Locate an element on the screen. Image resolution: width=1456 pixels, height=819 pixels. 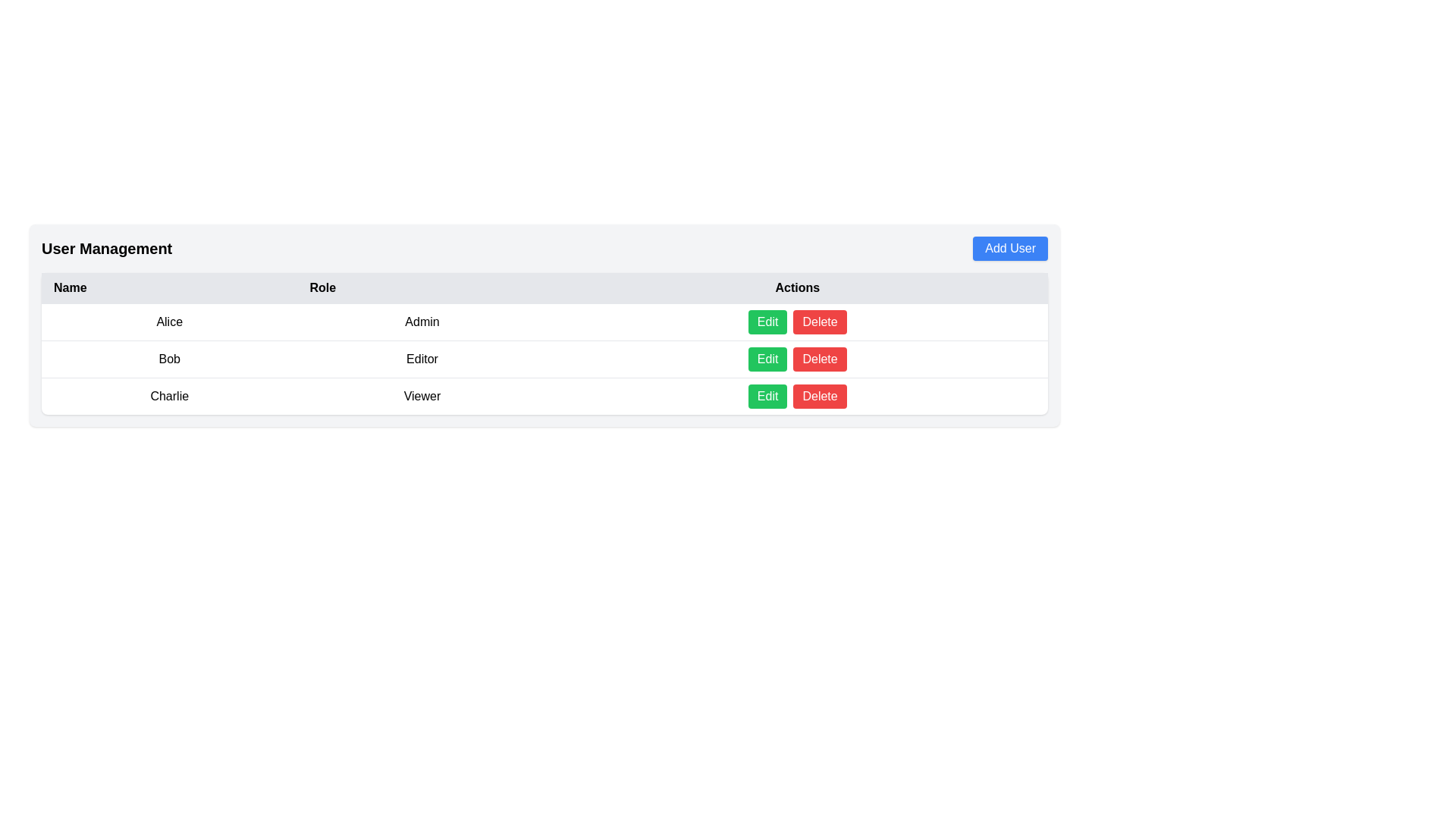
the static text label displaying the name 'Charlie' located in the third row of the table under the 'Name' column is located at coordinates (169, 395).